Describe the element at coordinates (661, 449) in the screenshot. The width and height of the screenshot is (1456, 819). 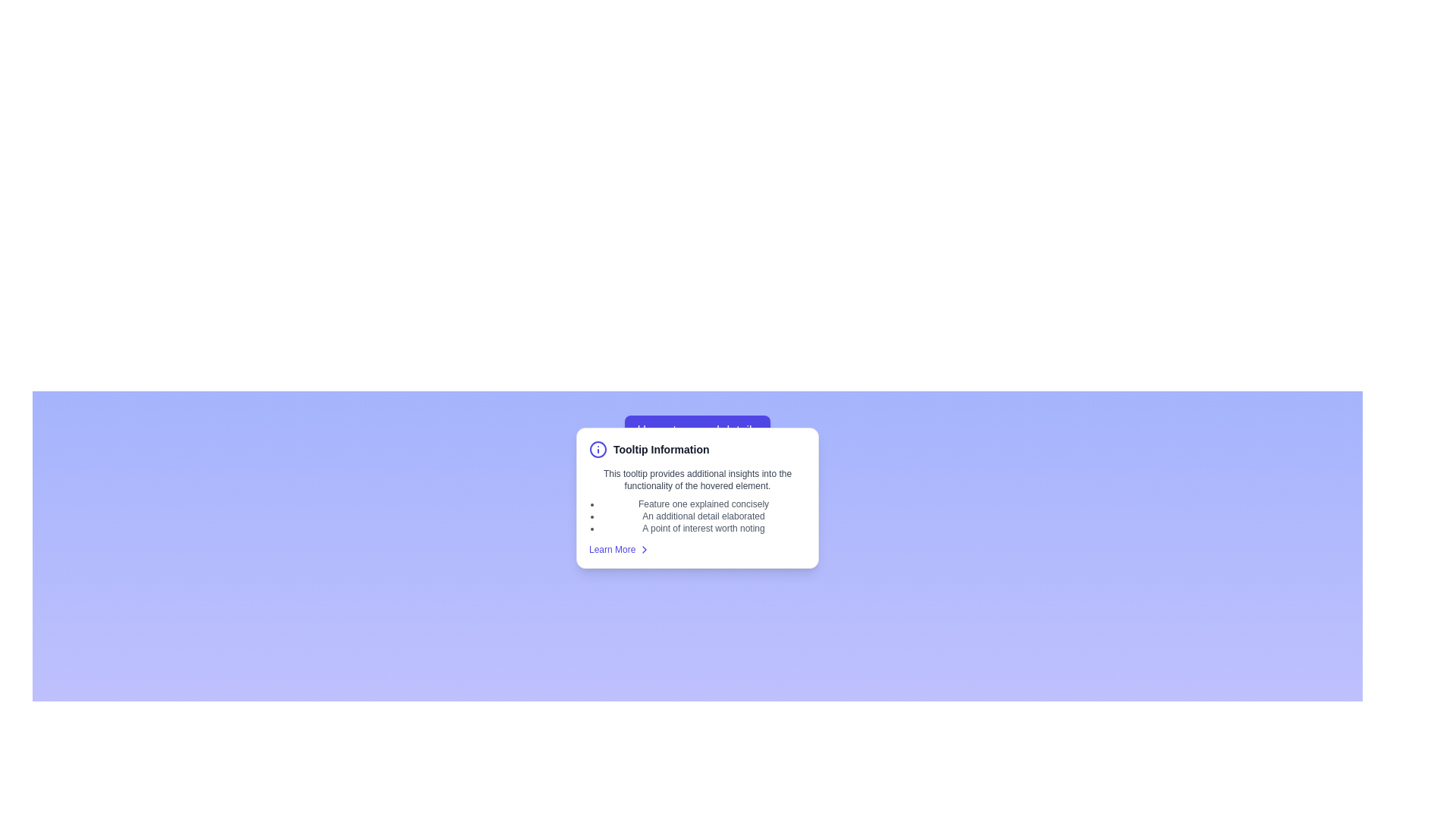
I see `text label located to the right of the info symbol within the tooltip box, which is presented on a gradient blue background` at that location.